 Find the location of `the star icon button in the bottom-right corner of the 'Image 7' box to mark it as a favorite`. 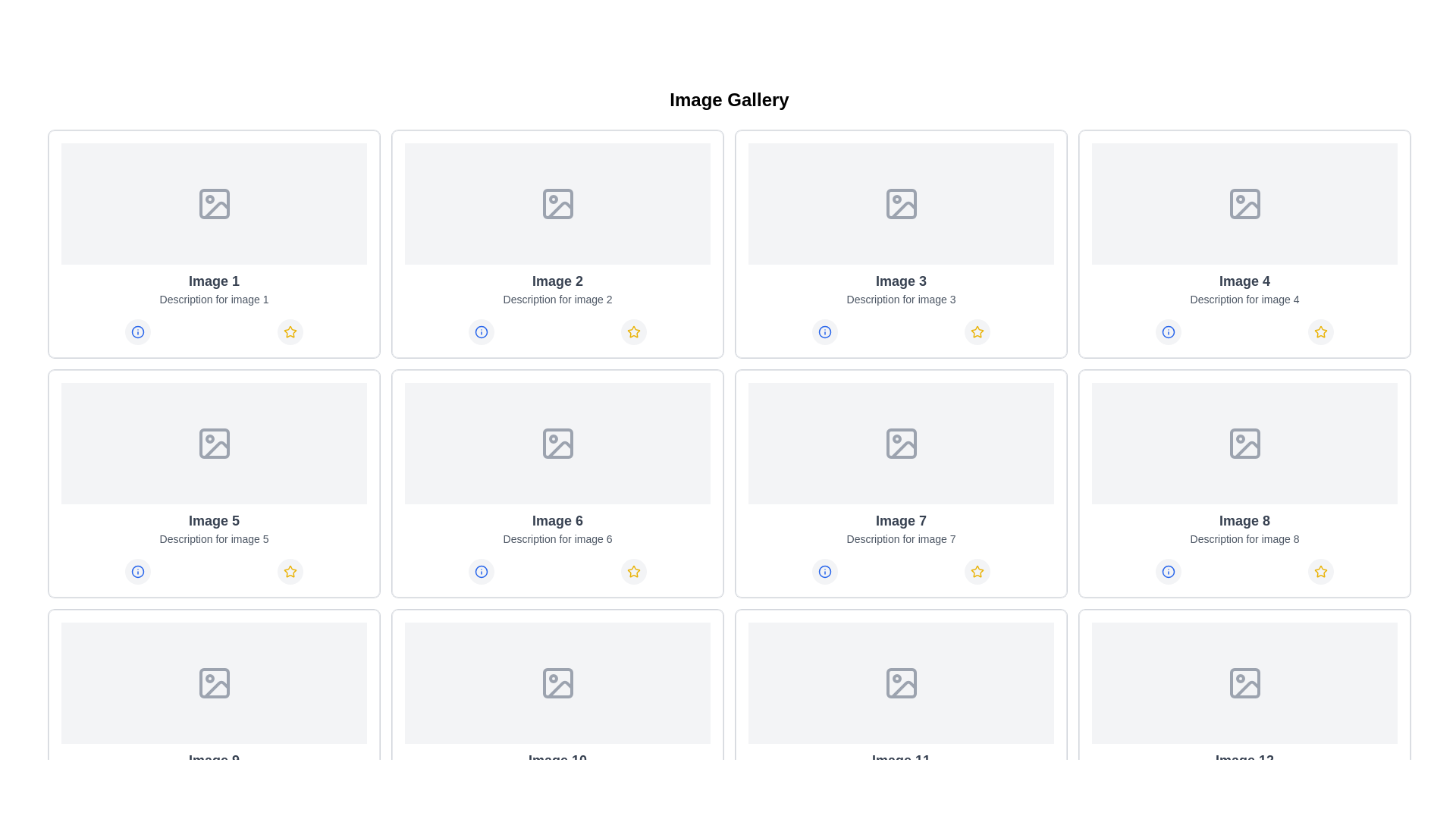

the star icon button in the bottom-right corner of the 'Image 7' box to mark it as a favorite is located at coordinates (977, 571).